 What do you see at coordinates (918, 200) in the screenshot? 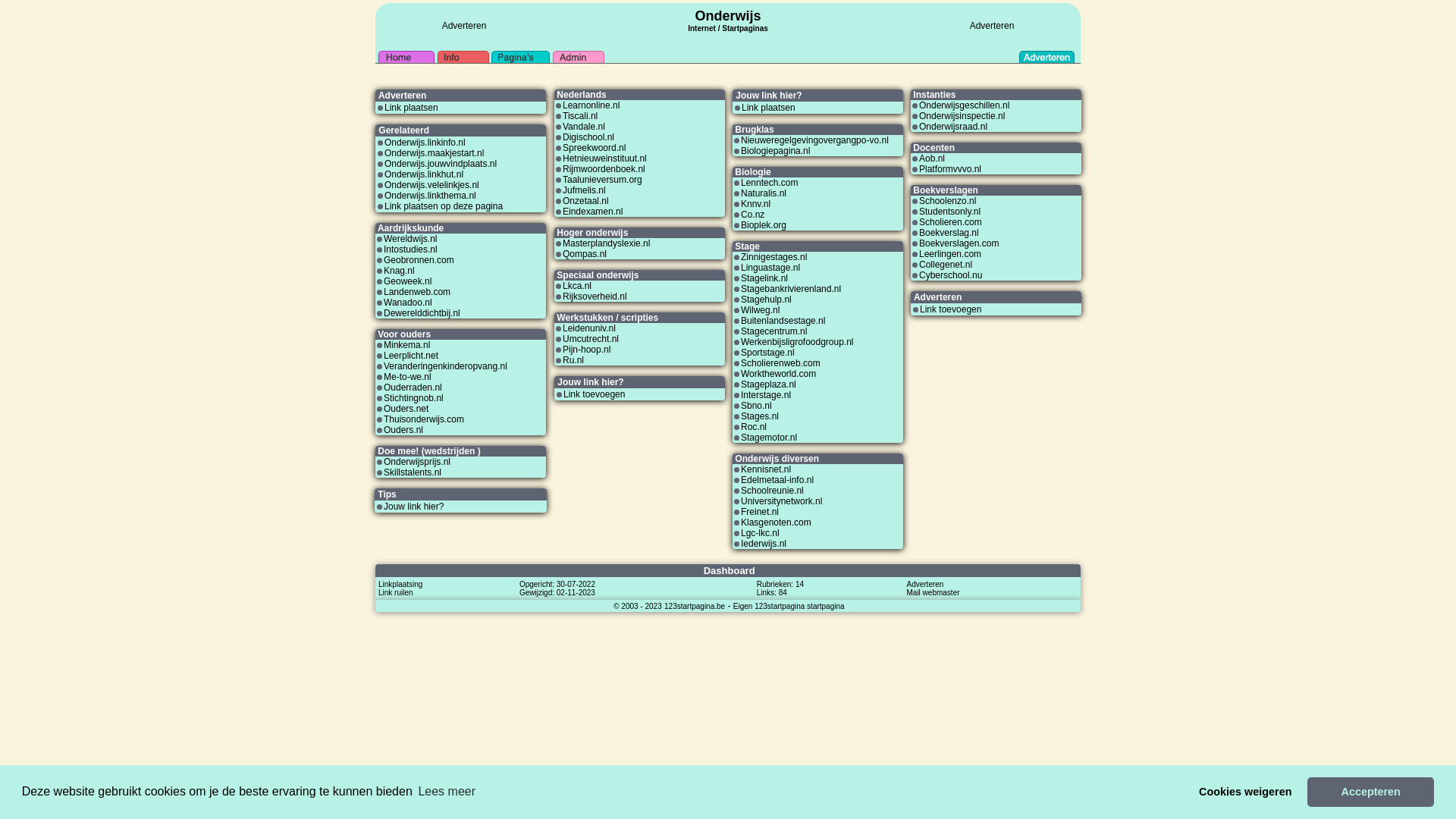
I see `'Schoolenzo.nl'` at bounding box center [918, 200].